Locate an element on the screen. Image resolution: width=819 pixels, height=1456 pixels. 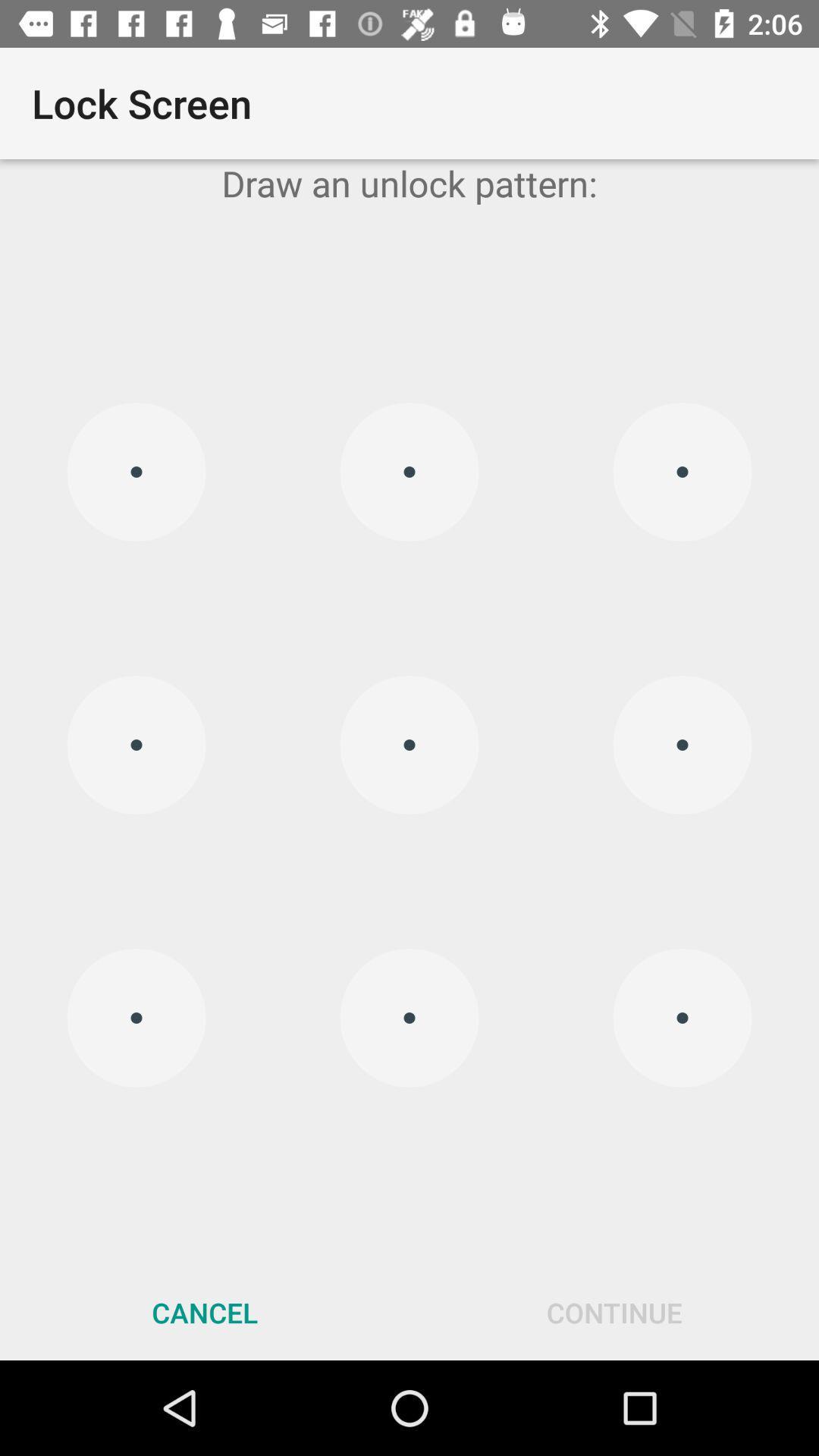
continue item is located at coordinates (614, 1312).